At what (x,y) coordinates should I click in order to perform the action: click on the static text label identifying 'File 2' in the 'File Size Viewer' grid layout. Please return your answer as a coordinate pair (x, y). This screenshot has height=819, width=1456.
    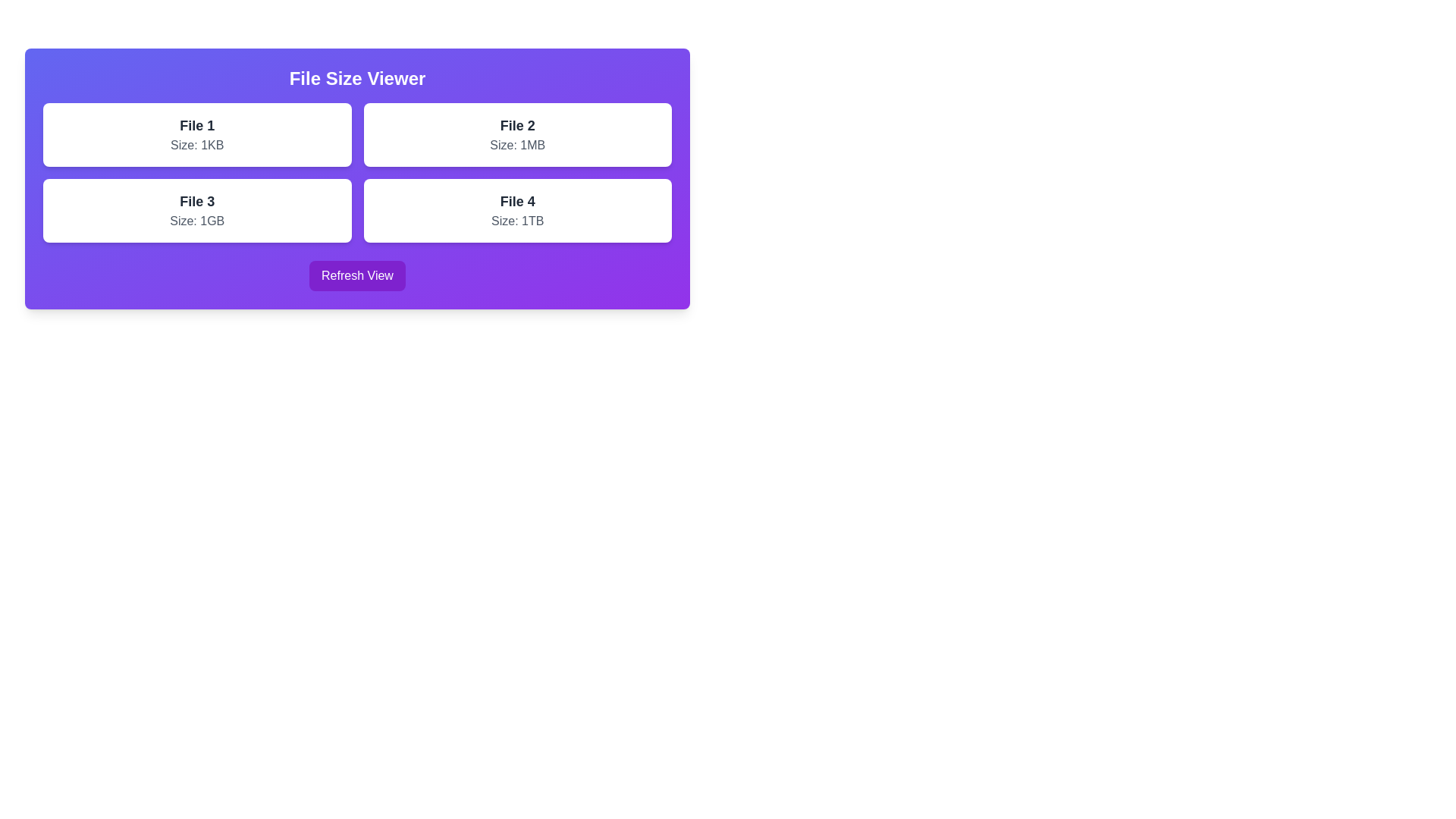
    Looking at the image, I should click on (517, 124).